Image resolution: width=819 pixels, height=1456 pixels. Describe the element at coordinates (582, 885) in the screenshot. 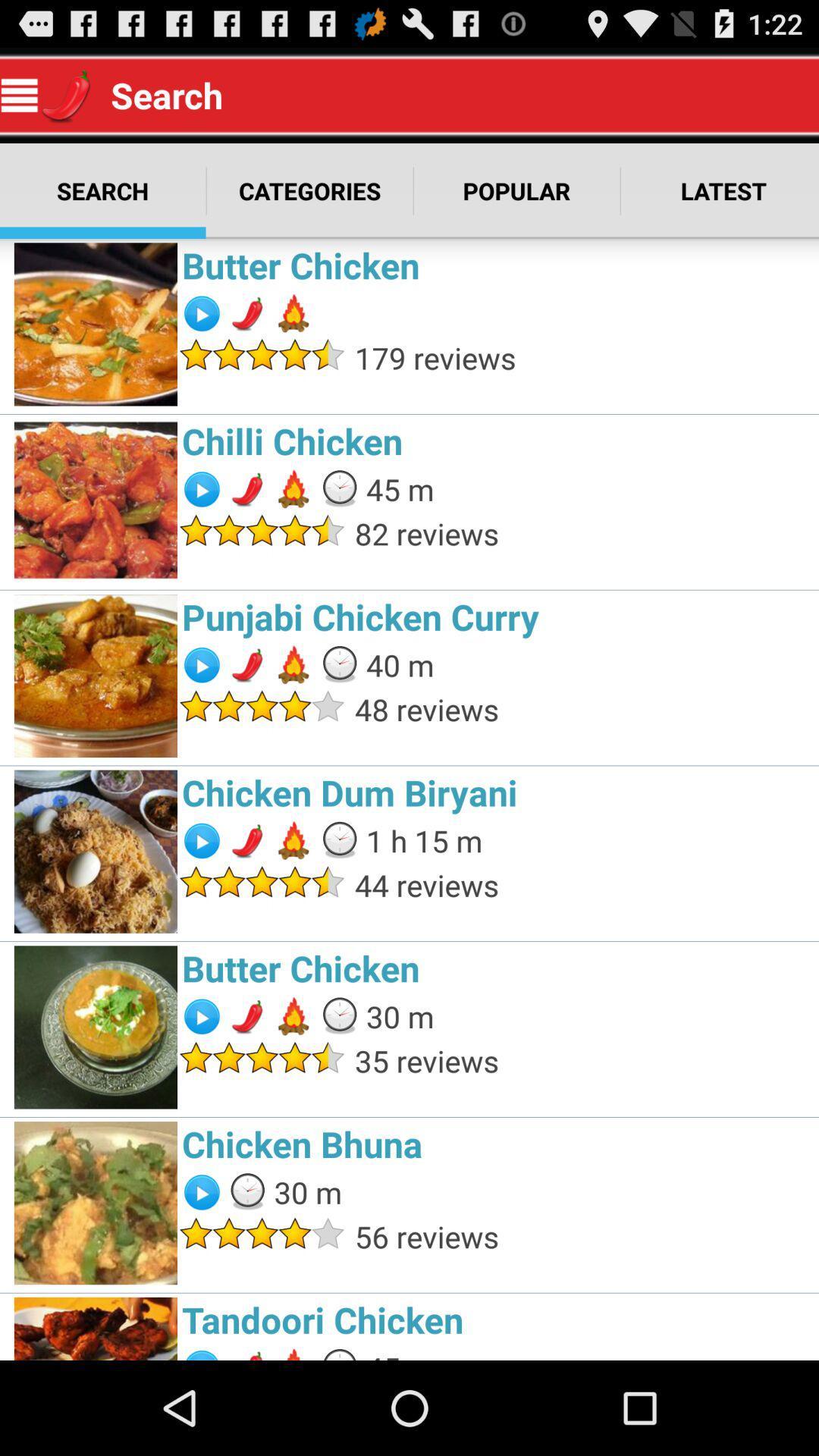

I see `the 44 reviews icon` at that location.